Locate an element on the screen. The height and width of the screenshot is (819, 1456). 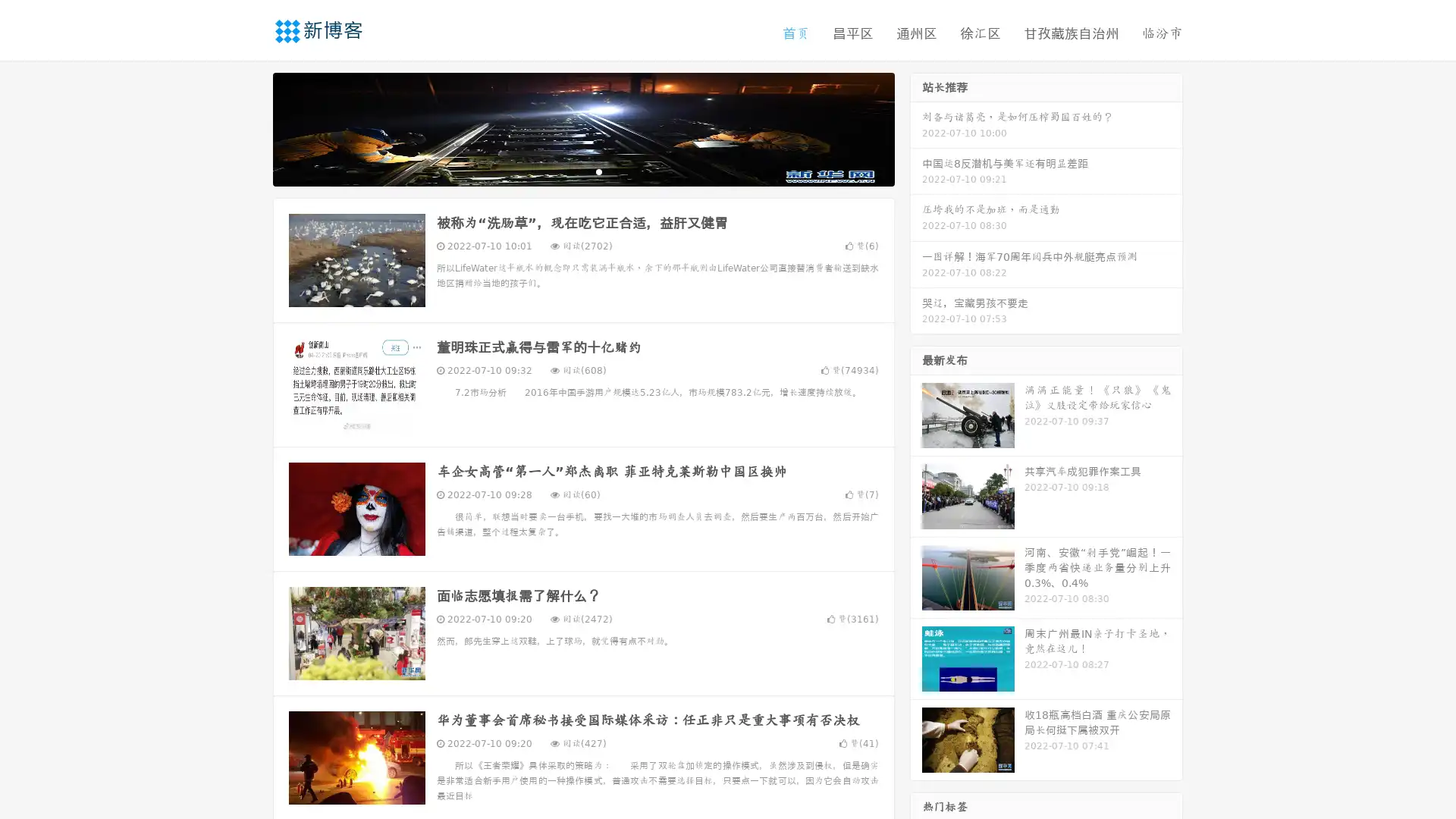
Go to slide 2 is located at coordinates (582, 171).